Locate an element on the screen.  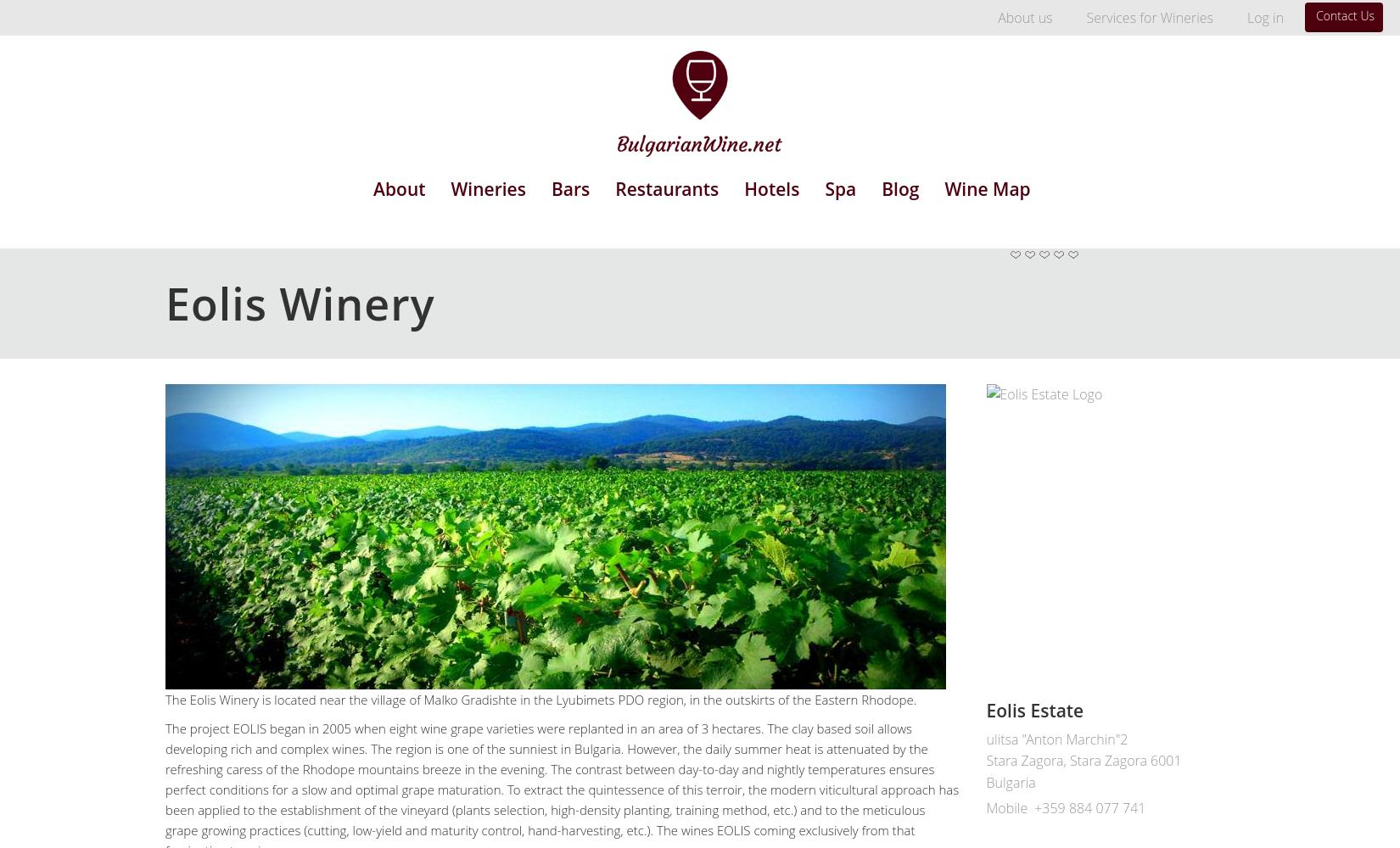
'Eolis Estate' is located at coordinates (1034, 709).